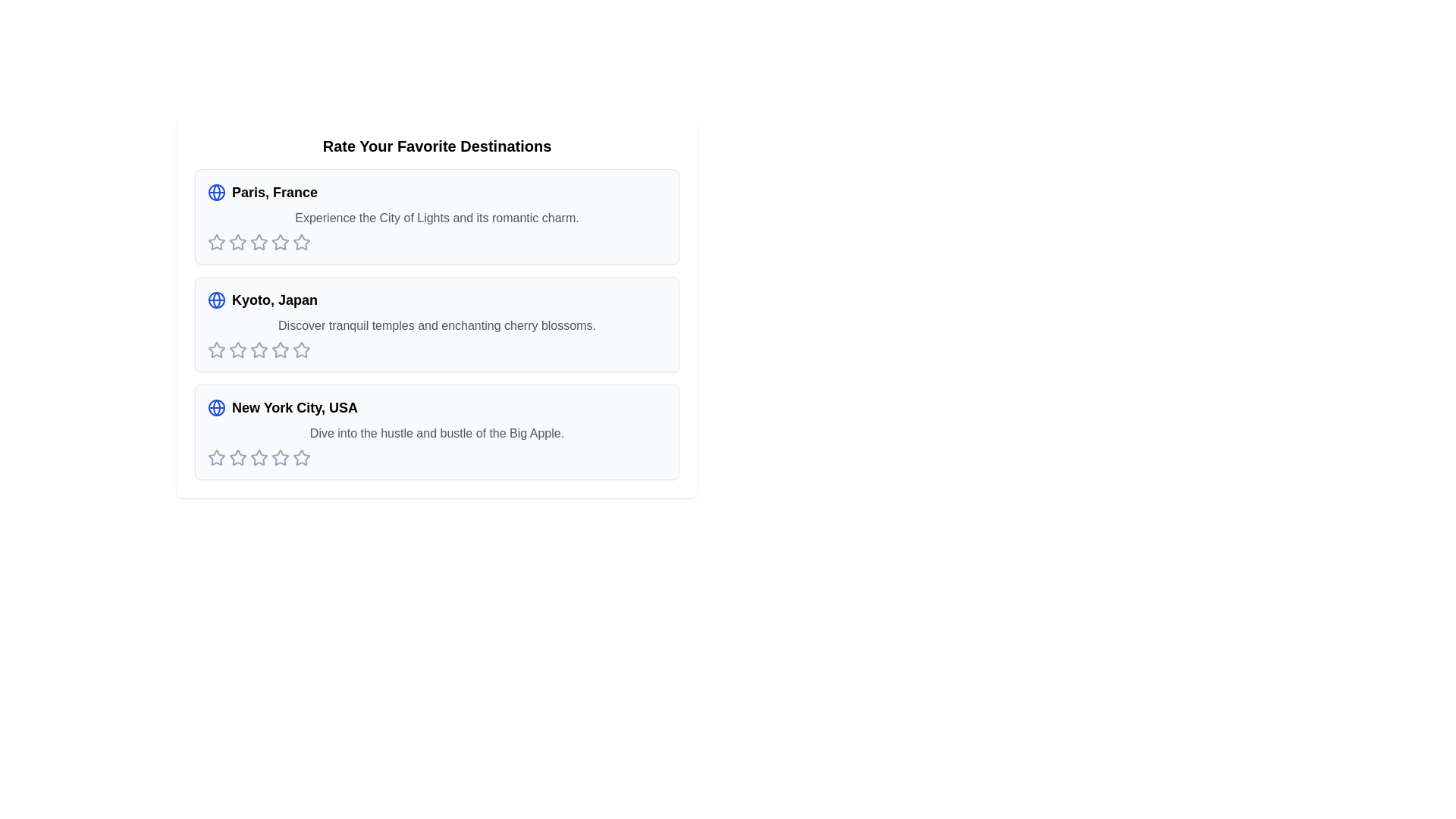 The width and height of the screenshot is (1456, 819). Describe the element at coordinates (259, 350) in the screenshot. I see `the fourth star icon in the five-star rating row for 'Kyoto, Japan' to trigger the scalable hover effect` at that location.